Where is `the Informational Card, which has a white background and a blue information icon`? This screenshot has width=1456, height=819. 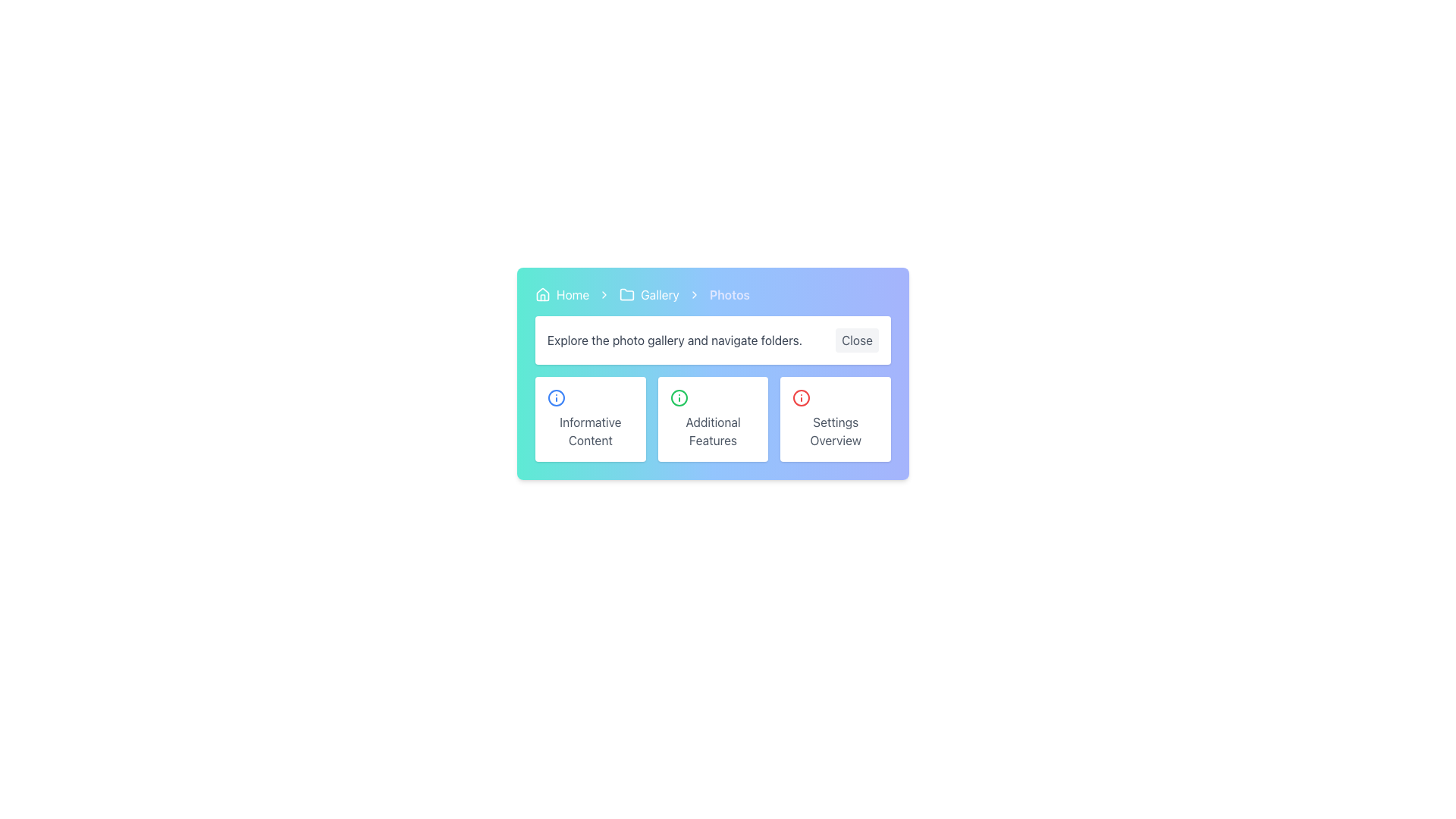
the Informational Card, which has a white background and a blue information icon is located at coordinates (589, 419).